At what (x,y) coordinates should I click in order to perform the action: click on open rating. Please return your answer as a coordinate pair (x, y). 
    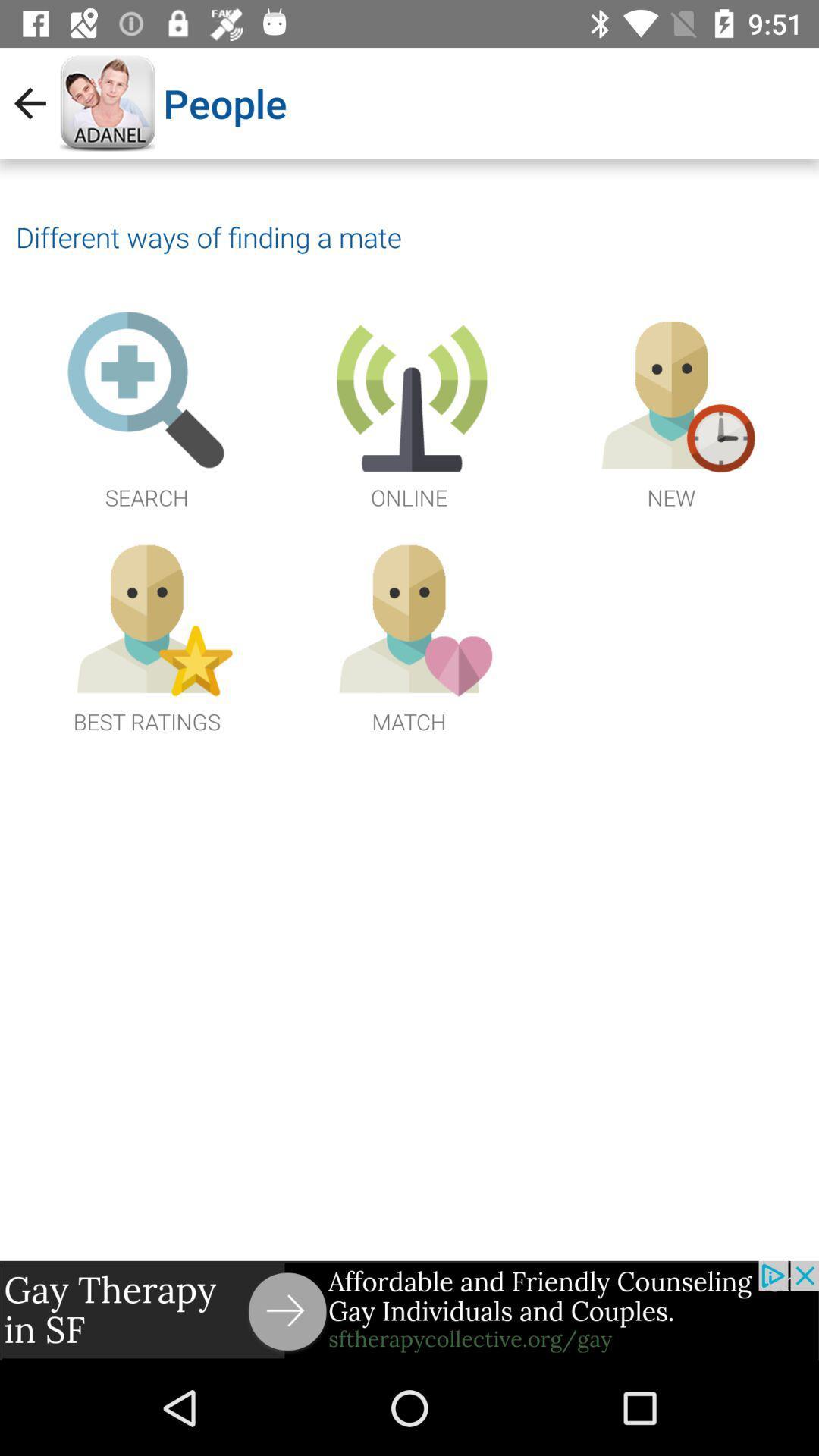
    Looking at the image, I should click on (146, 634).